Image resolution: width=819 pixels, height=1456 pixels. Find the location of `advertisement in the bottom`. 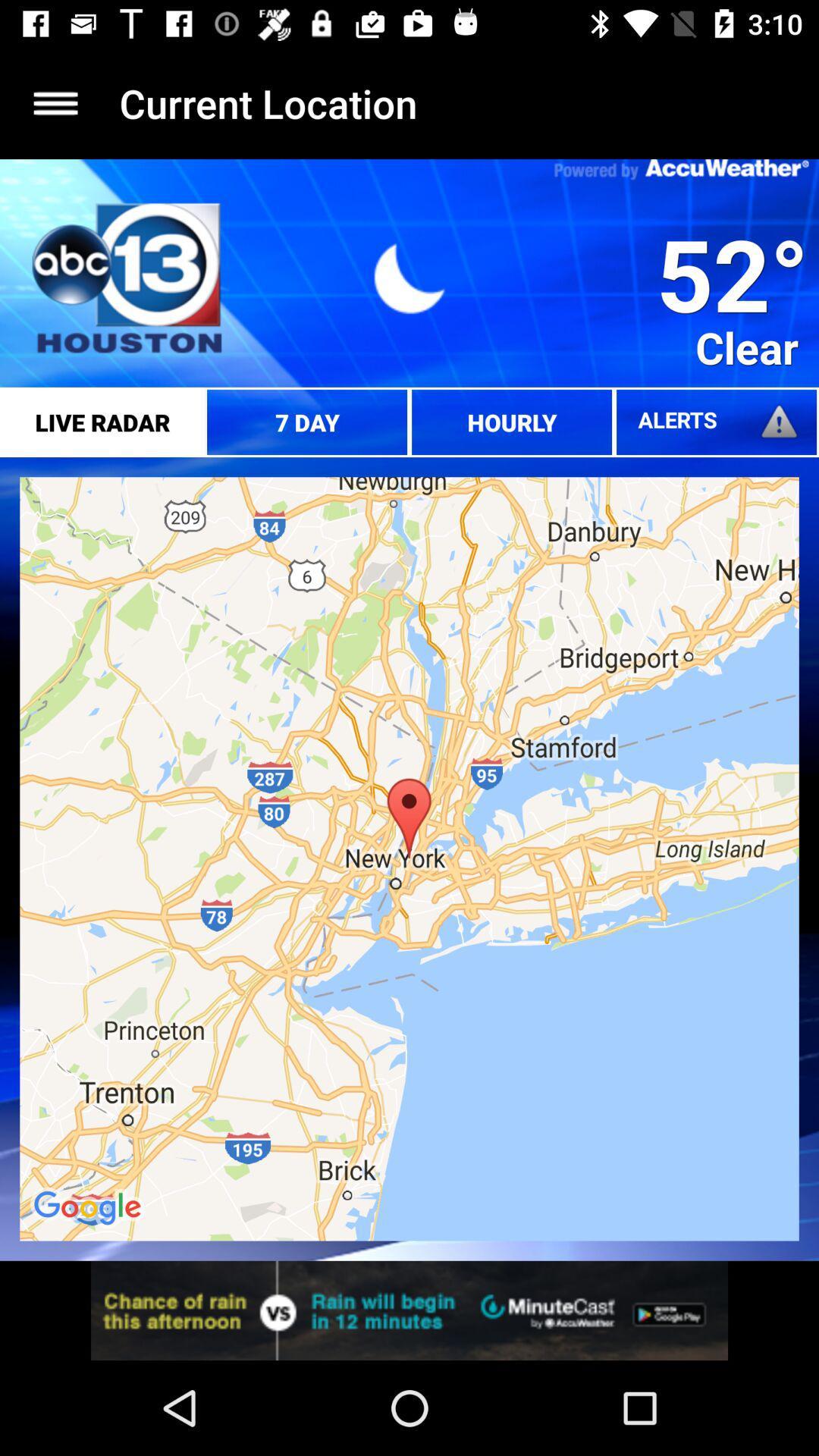

advertisement in the bottom is located at coordinates (409, 1310).